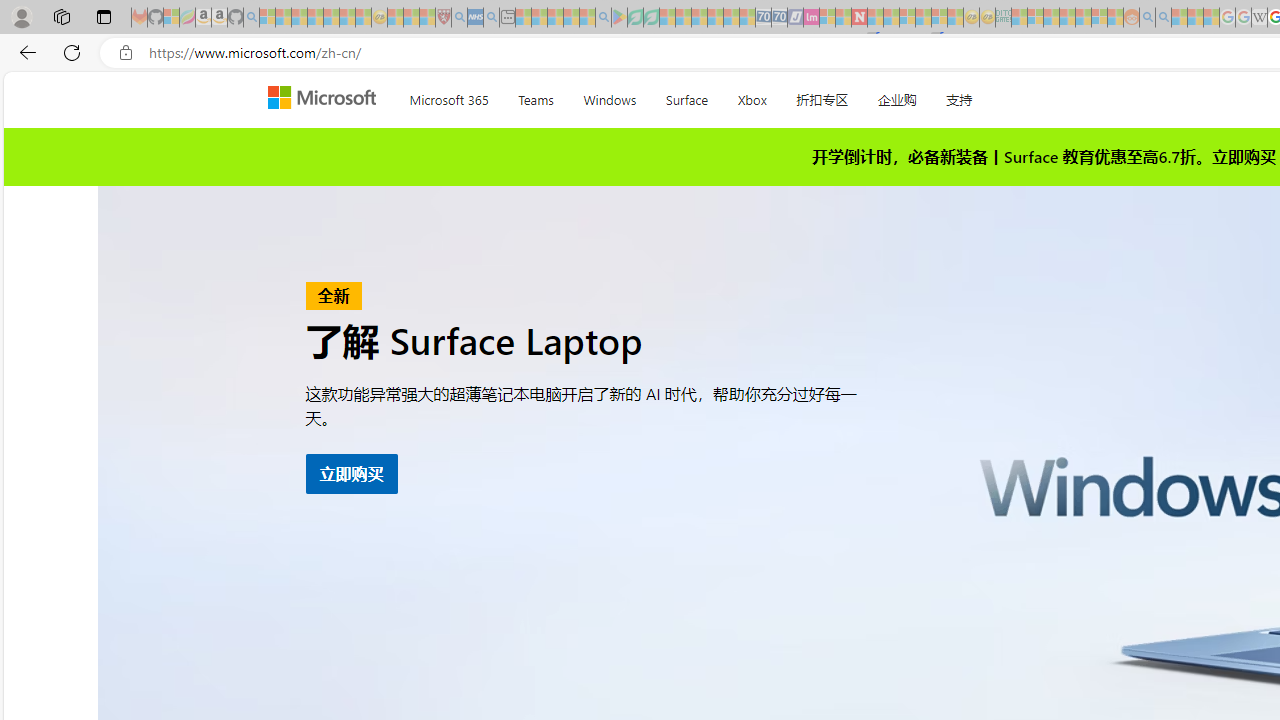  I want to click on 'Robert H. Shmerling, MD - Harvard Health - Sleeping', so click(442, 17).